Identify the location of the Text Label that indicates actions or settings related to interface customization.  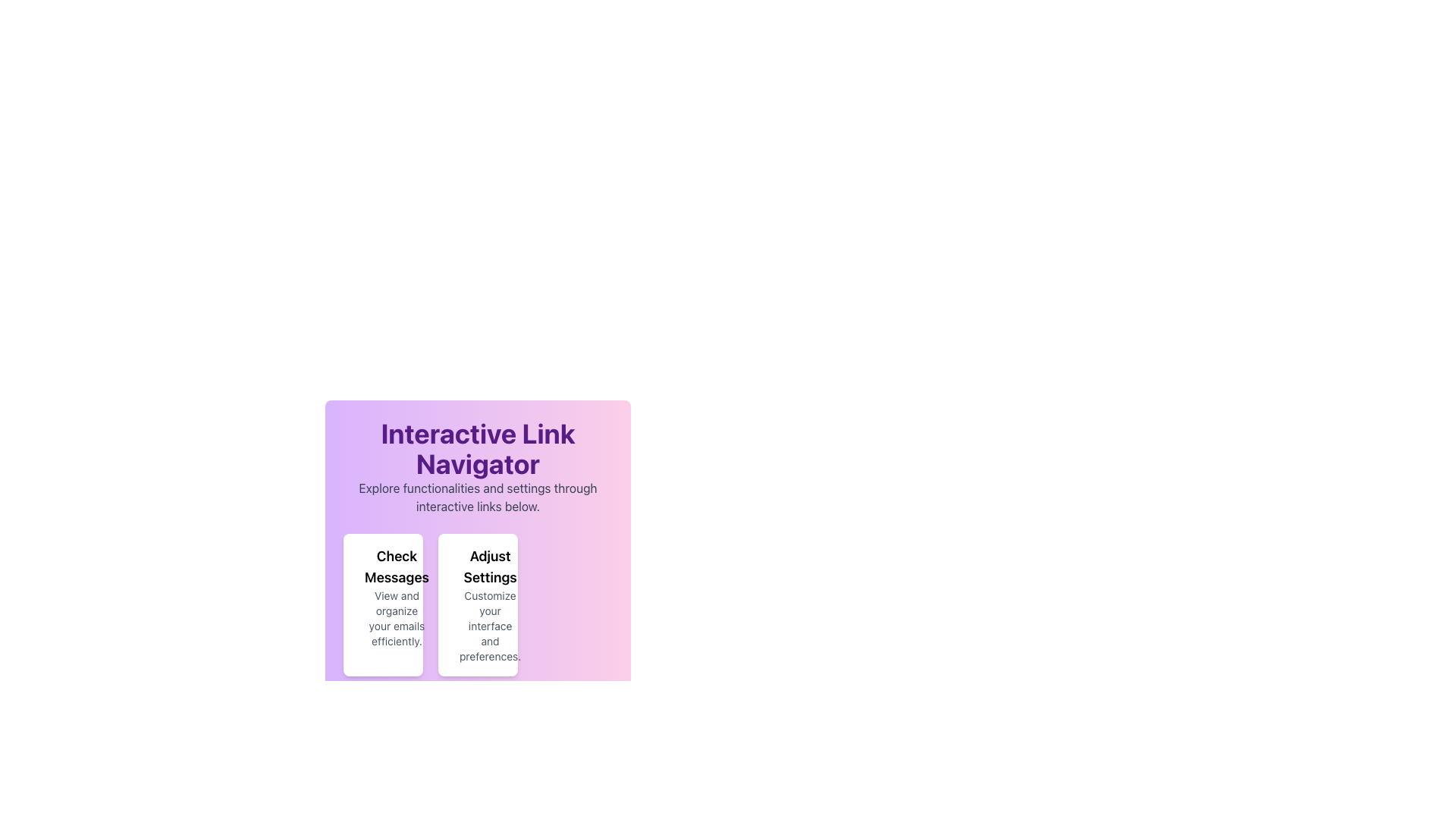
(490, 567).